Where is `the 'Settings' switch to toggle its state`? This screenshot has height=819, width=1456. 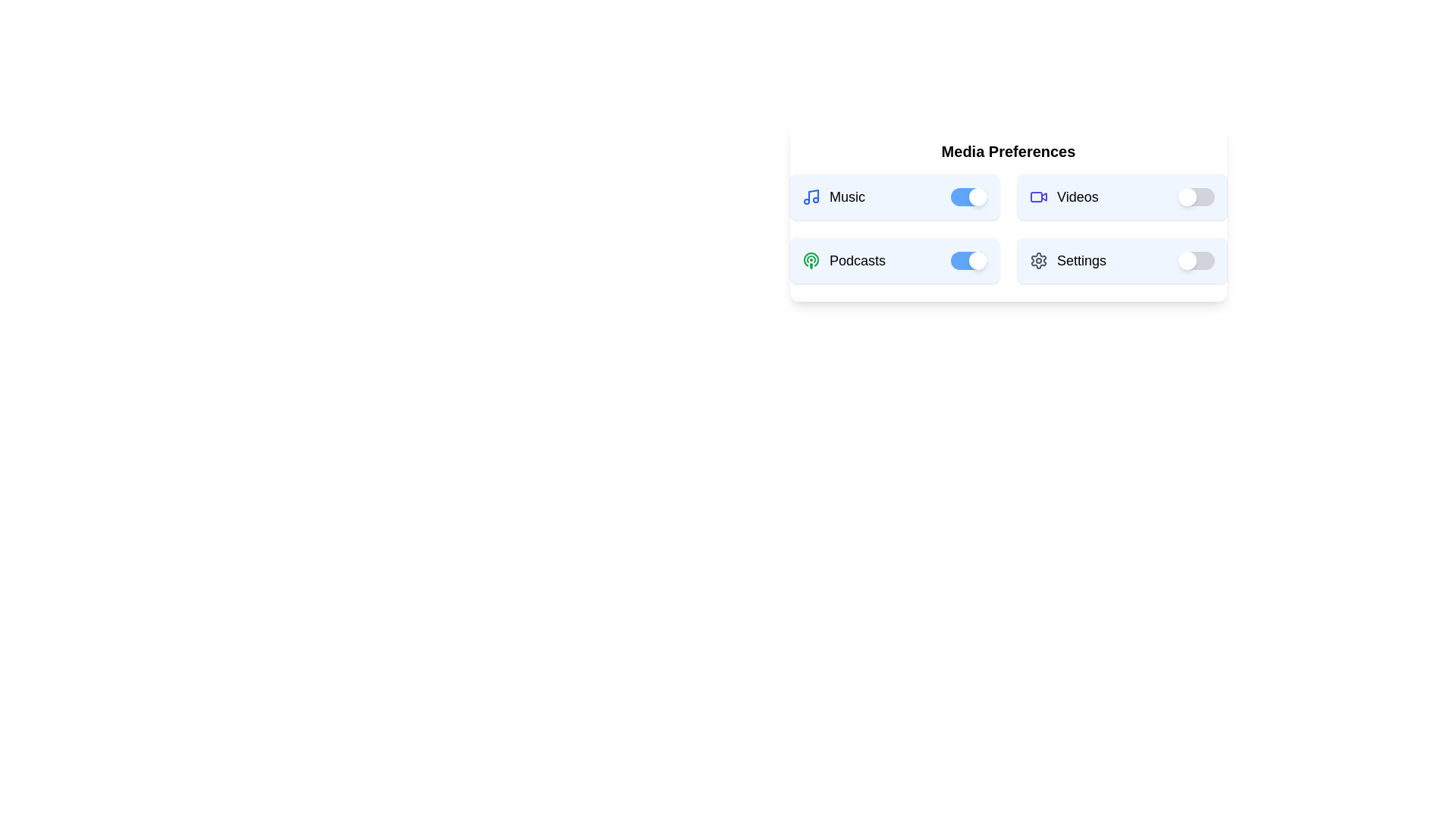
the 'Settings' switch to toggle its state is located at coordinates (1196, 259).